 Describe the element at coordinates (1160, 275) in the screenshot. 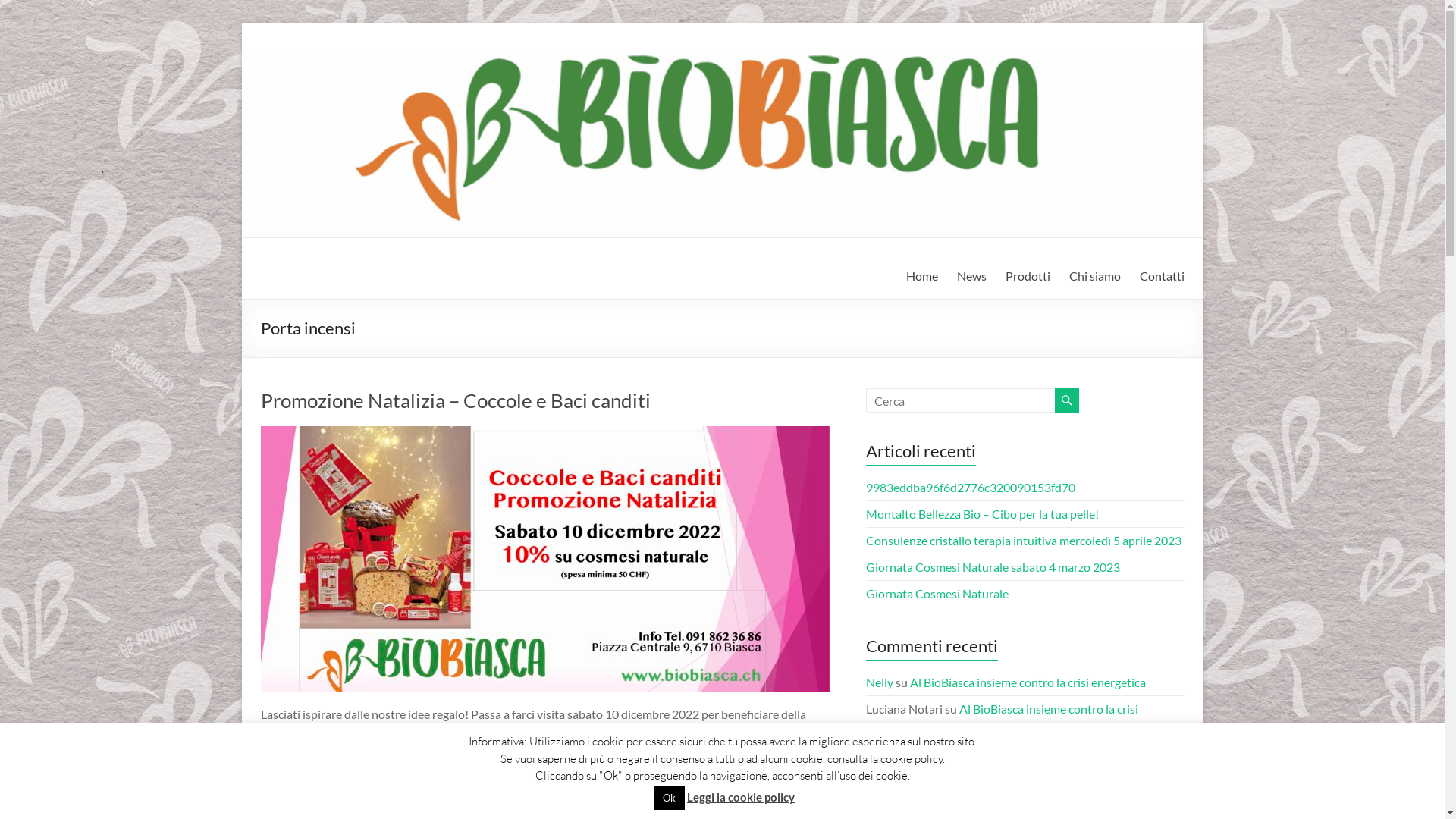

I see `'Contatti'` at that location.